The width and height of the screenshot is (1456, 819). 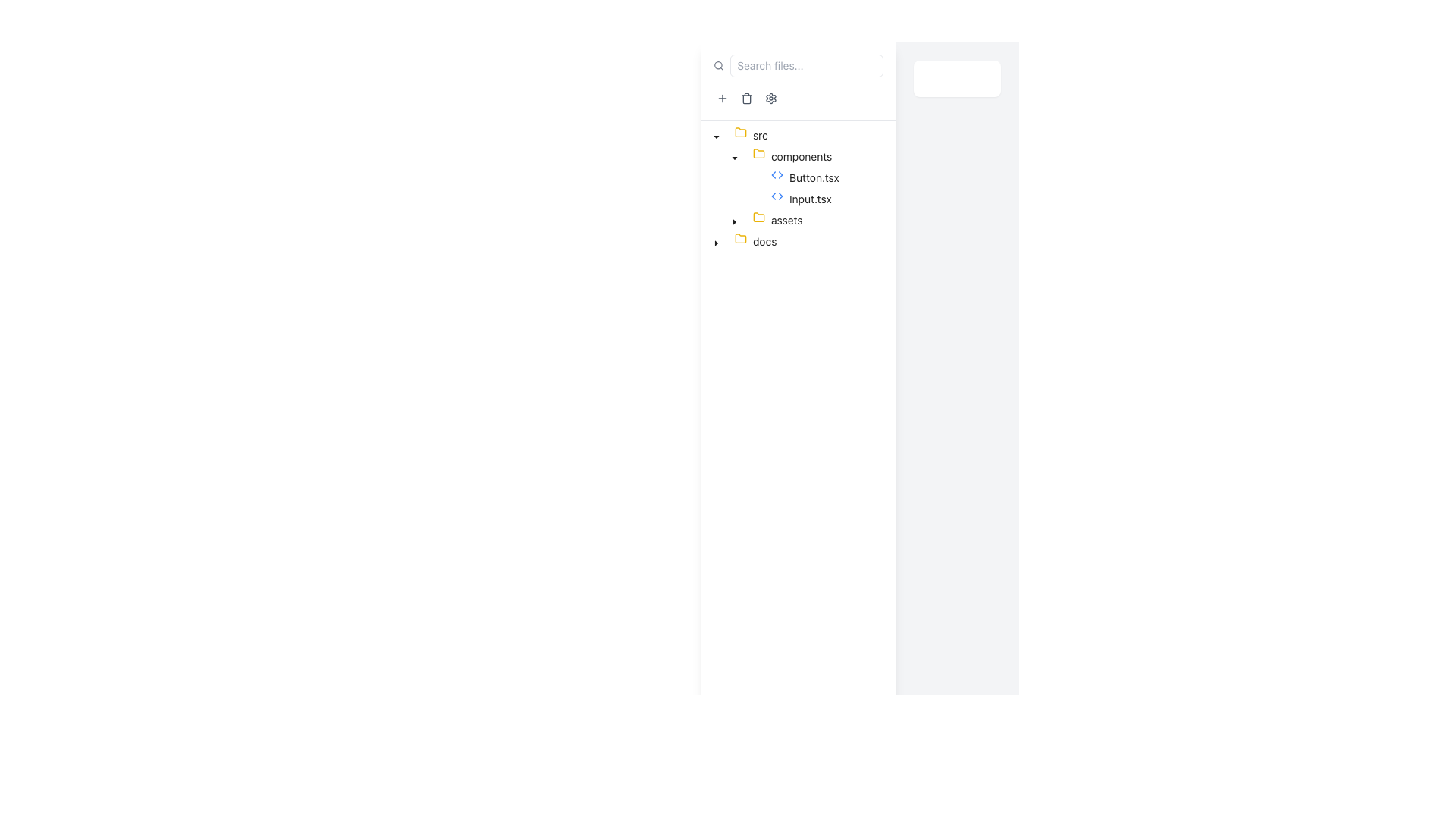 What do you see at coordinates (722, 99) in the screenshot?
I see `the centrally located icon button in the file explorer interface` at bounding box center [722, 99].